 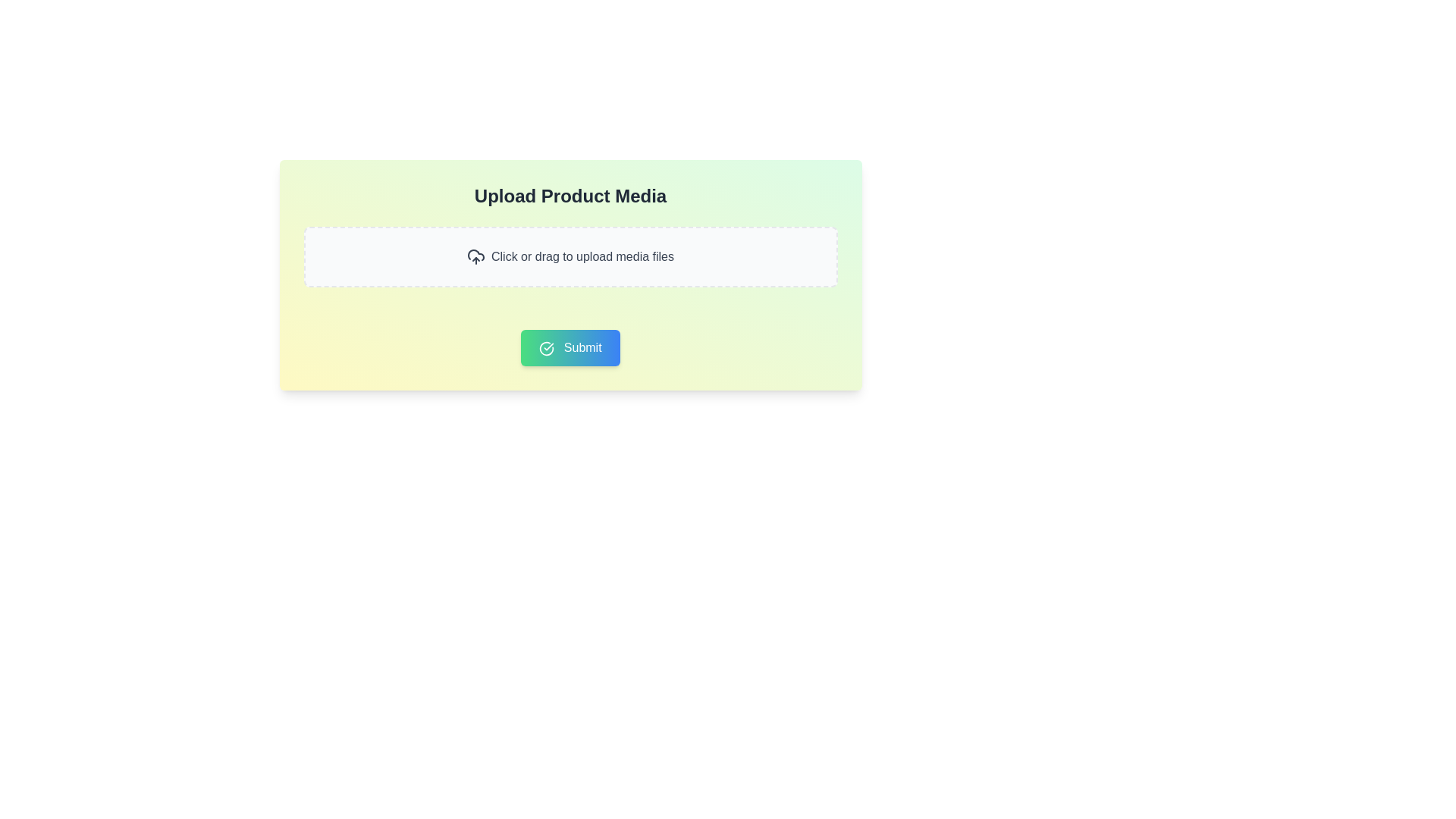 What do you see at coordinates (475, 256) in the screenshot?
I see `the upload icon` at bounding box center [475, 256].